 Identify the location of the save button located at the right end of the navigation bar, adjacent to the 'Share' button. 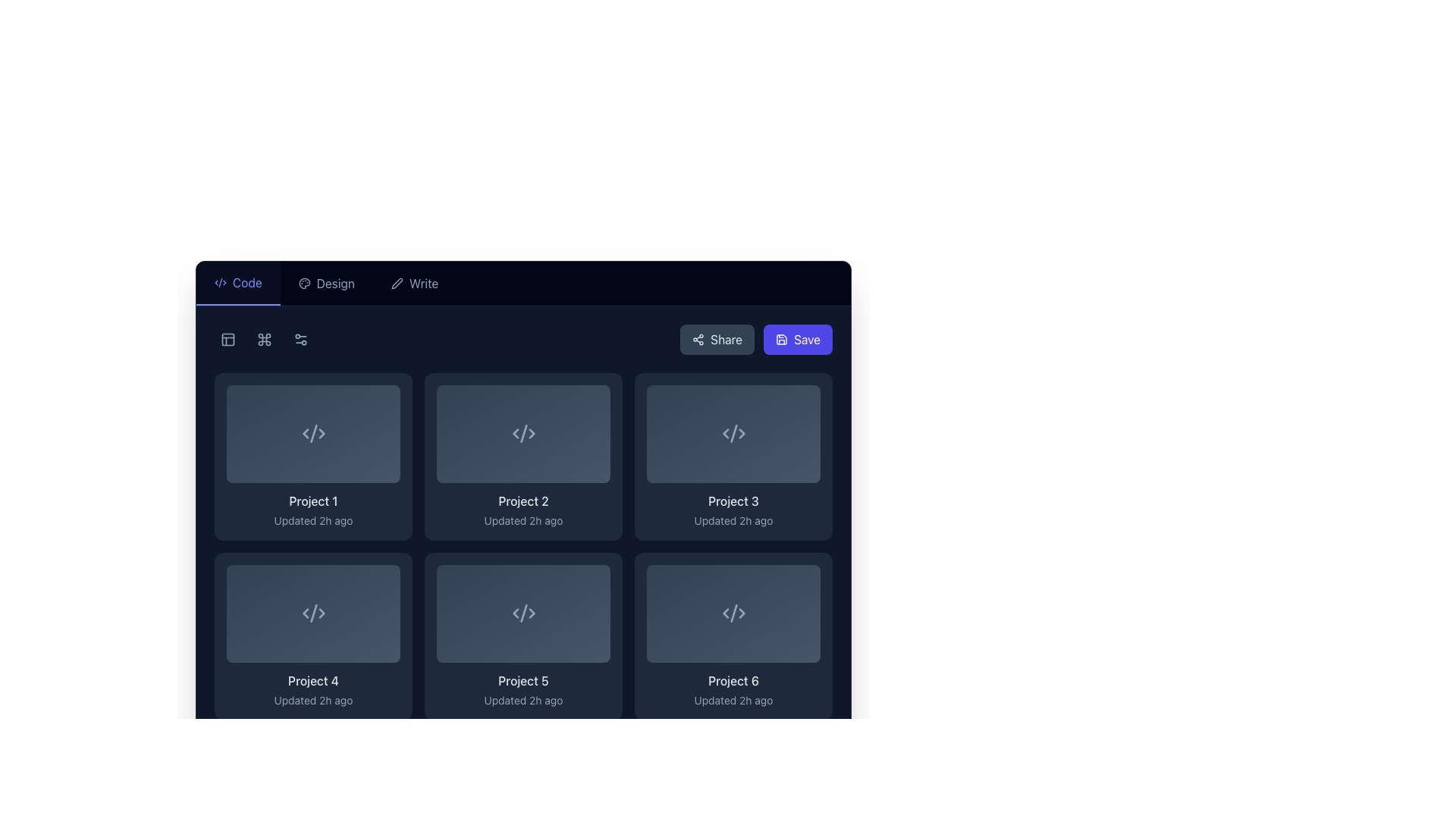
(806, 338).